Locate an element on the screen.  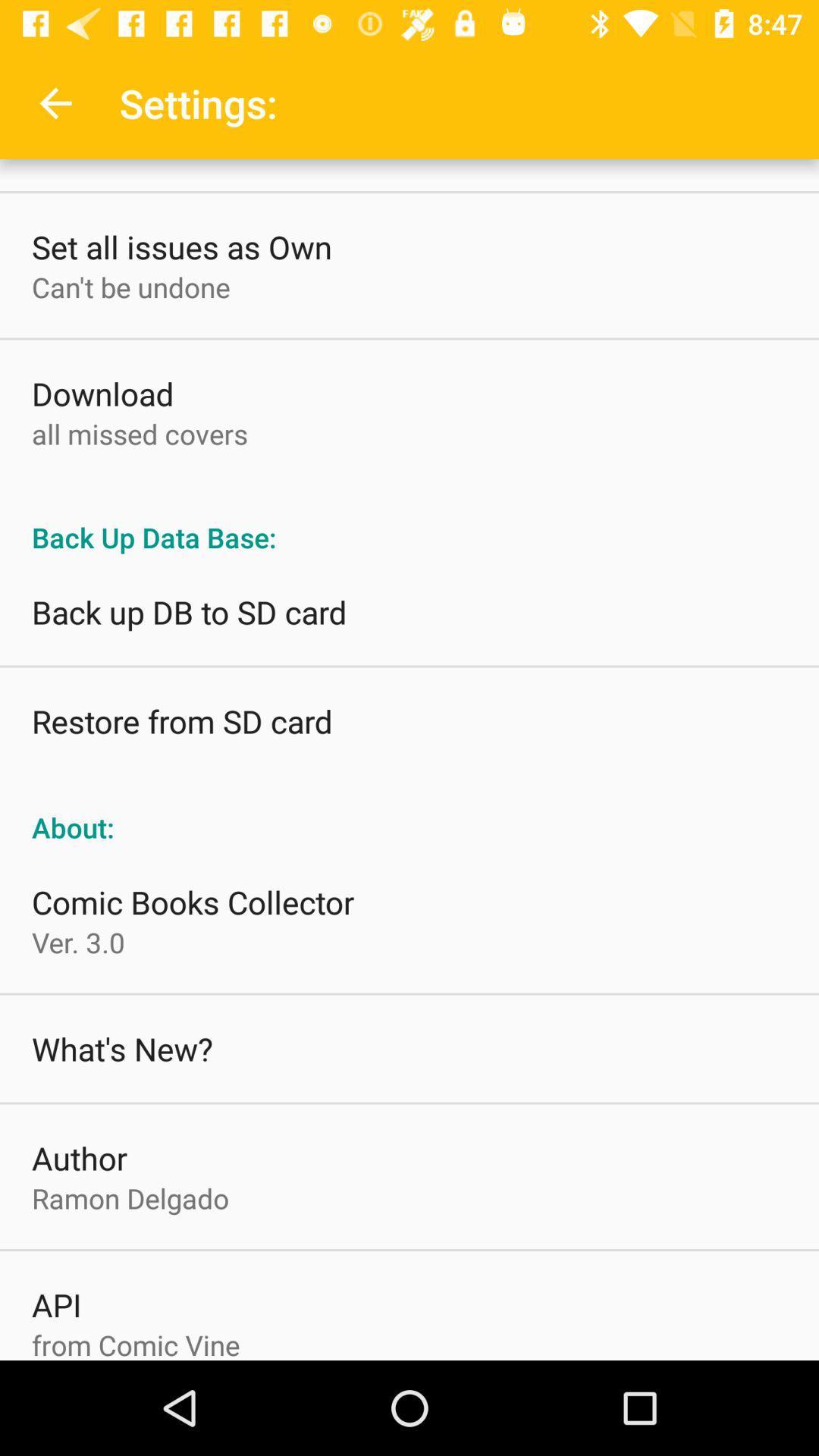
item above author item is located at coordinates (121, 1047).